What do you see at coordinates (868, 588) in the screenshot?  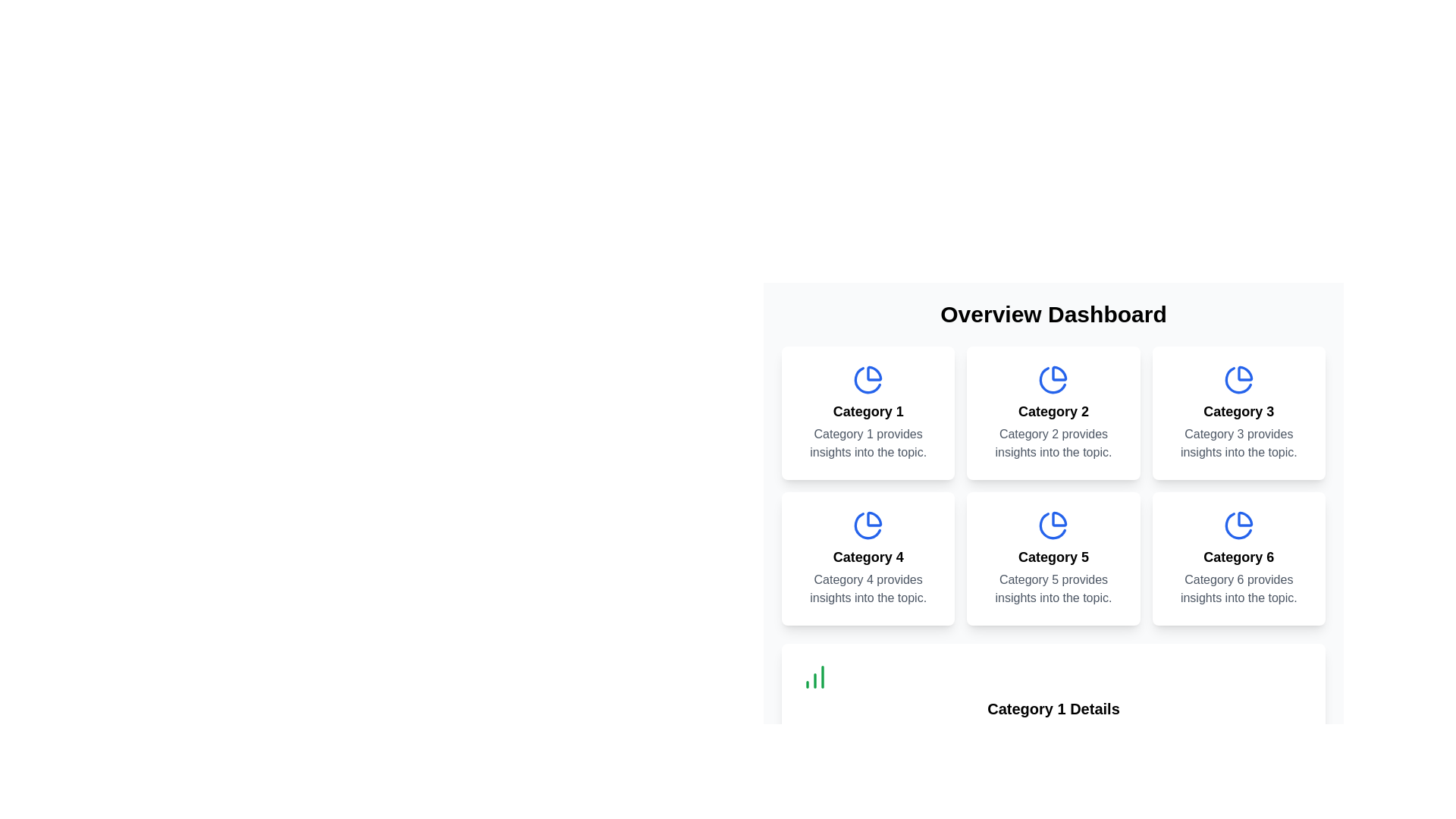 I see `the static informational text block styled with gray color that contains the sentence 'Category 4 provides insights into the topic.' This text is located below the text 'Category 4' in the lower section of the tile labeled 'Category 4.'` at bounding box center [868, 588].